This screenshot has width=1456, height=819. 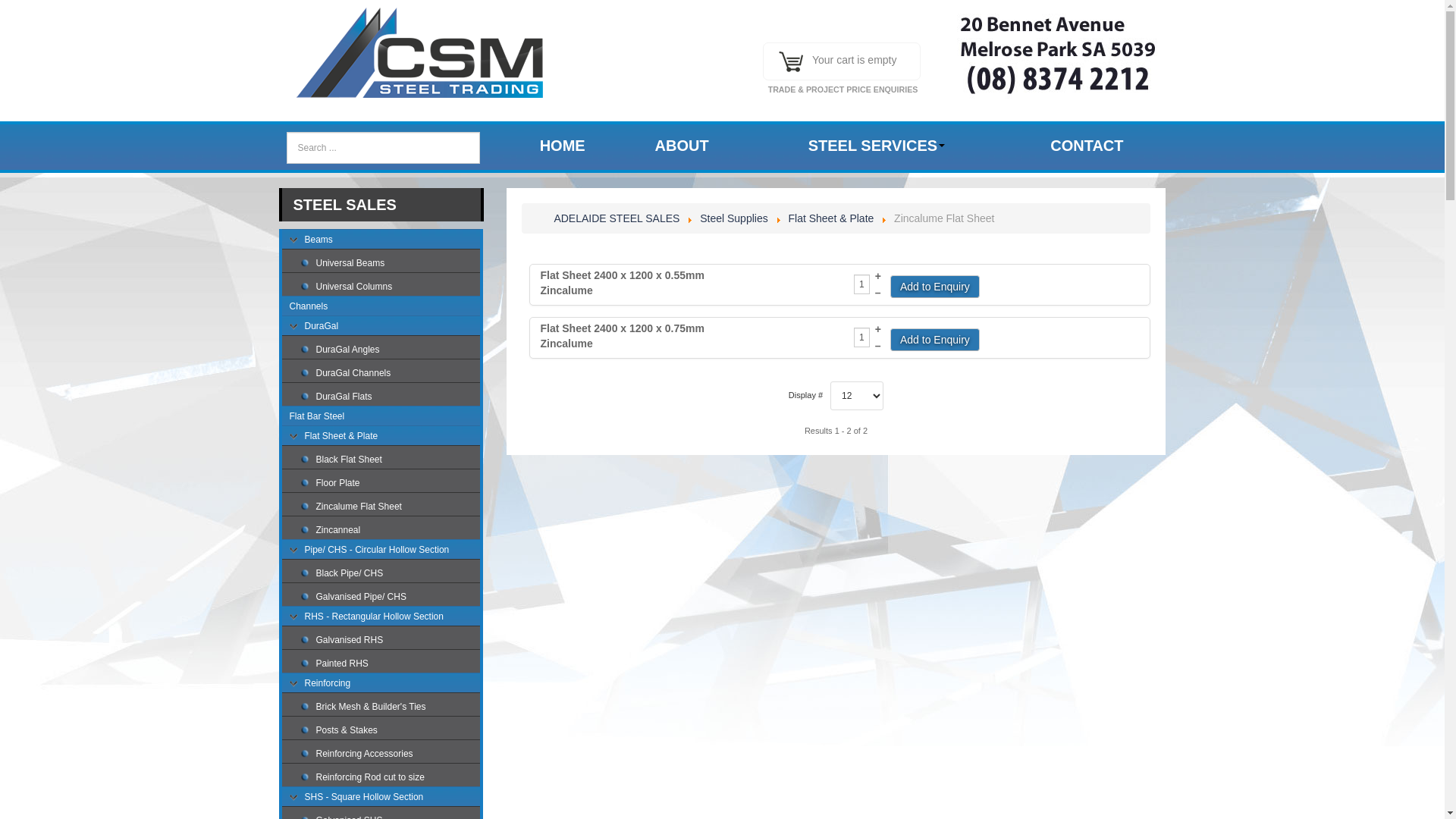 I want to click on 'Posts & Stakes', so click(x=390, y=730).